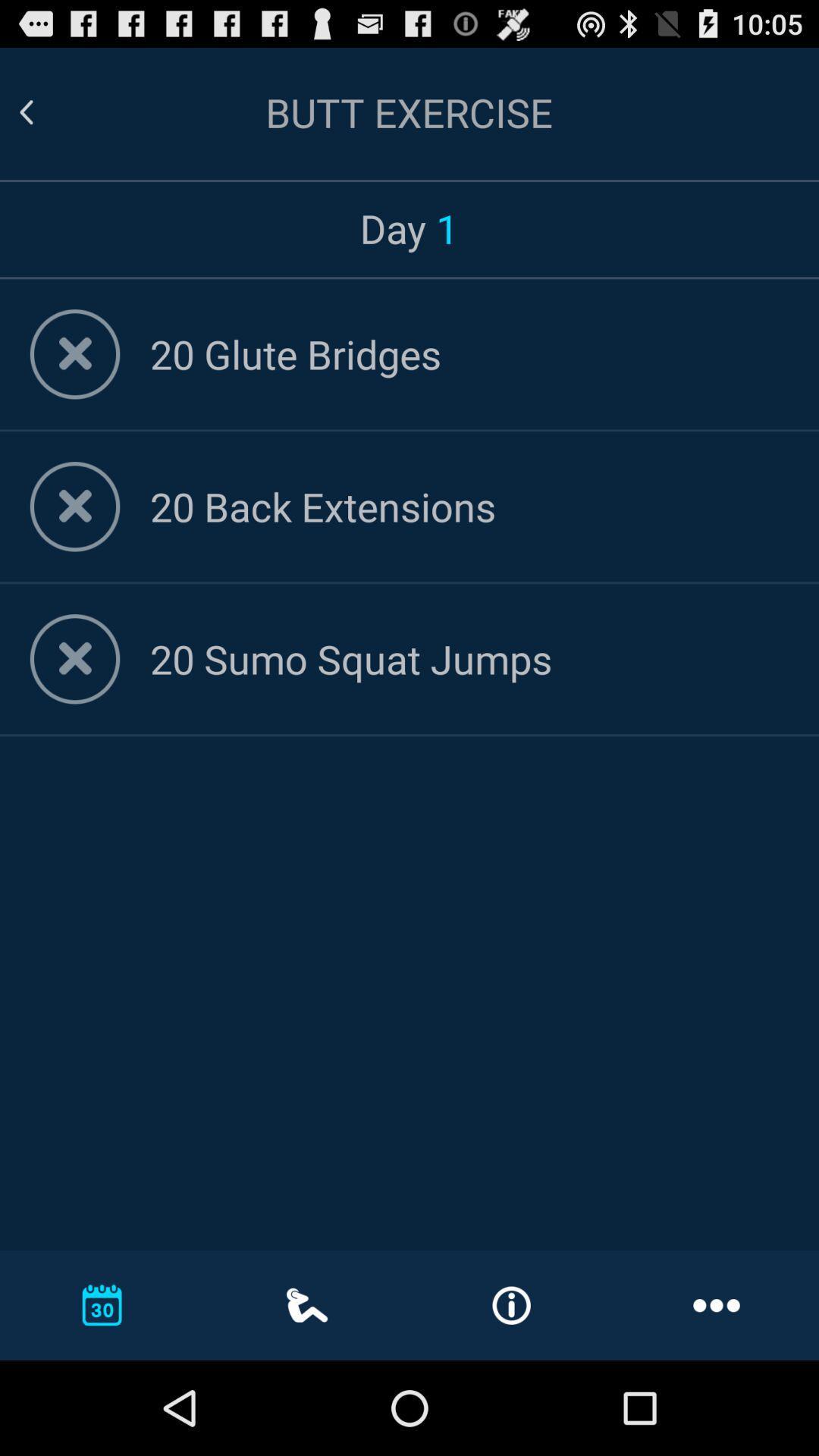  What do you see at coordinates (469, 506) in the screenshot?
I see `the 20 back extensions app` at bounding box center [469, 506].